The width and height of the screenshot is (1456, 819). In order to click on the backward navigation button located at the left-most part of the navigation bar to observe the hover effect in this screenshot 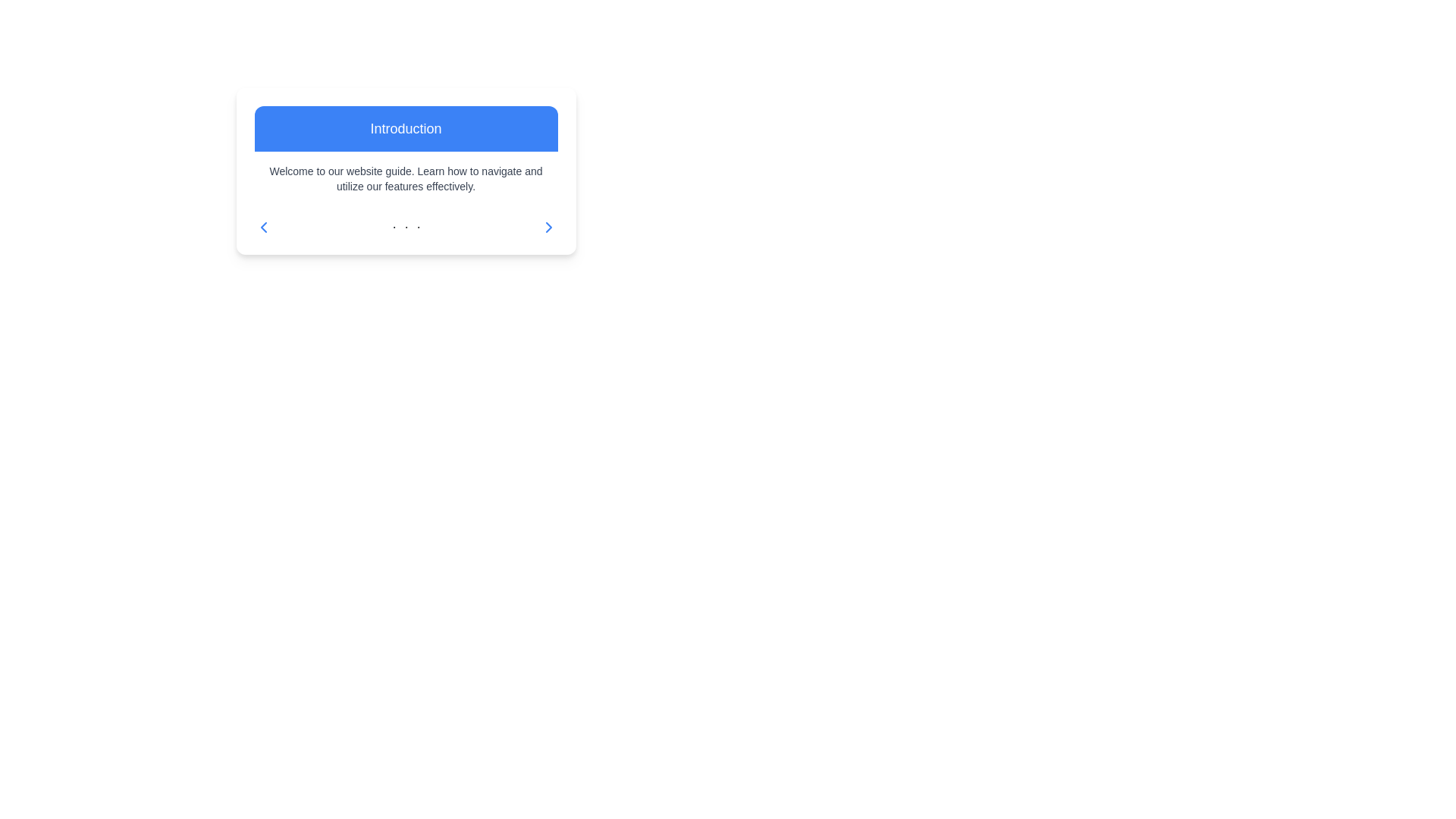, I will do `click(263, 227)`.